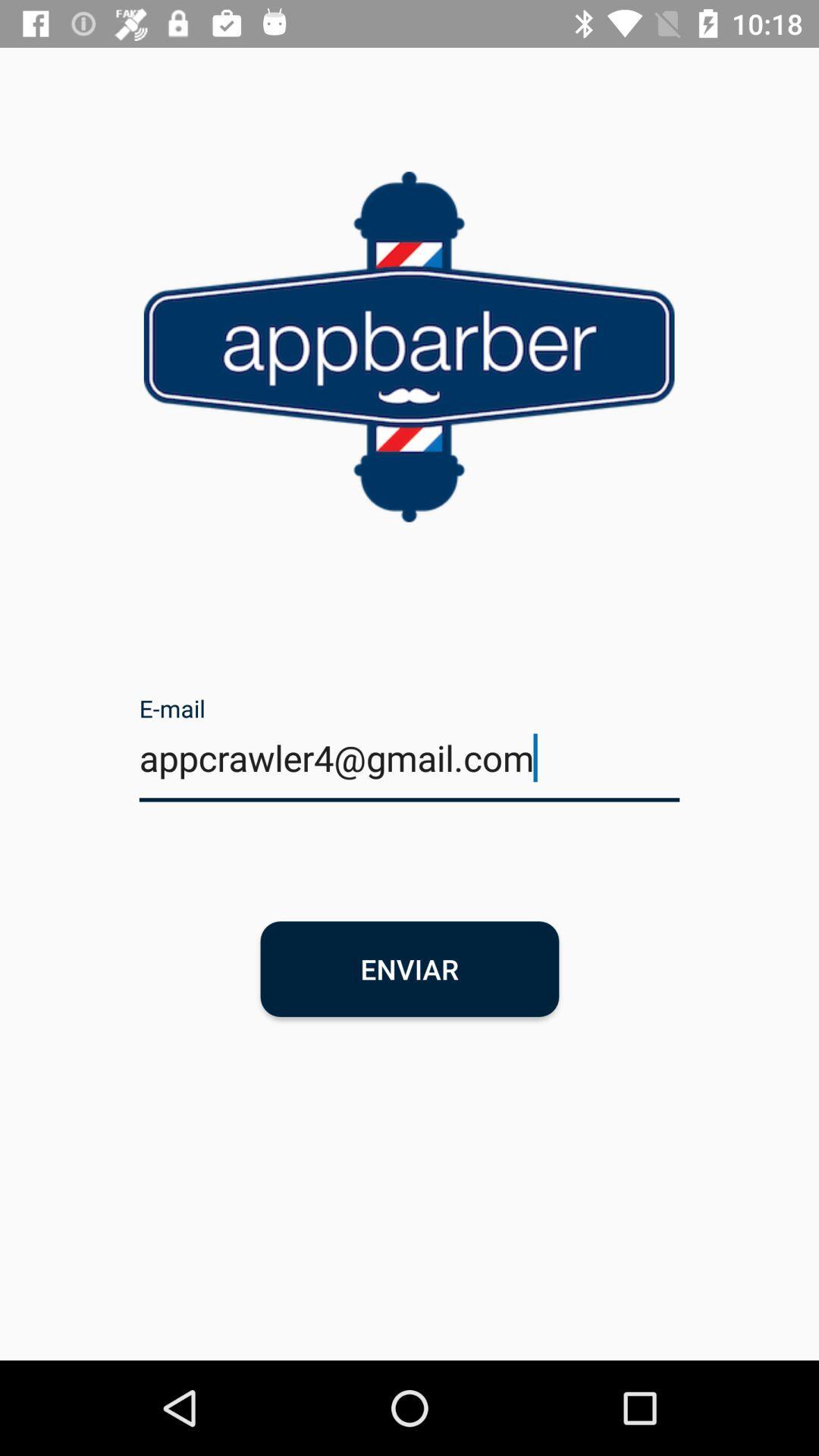  Describe the element at coordinates (409, 767) in the screenshot. I see `the appcrawler4@gmail.com icon` at that location.